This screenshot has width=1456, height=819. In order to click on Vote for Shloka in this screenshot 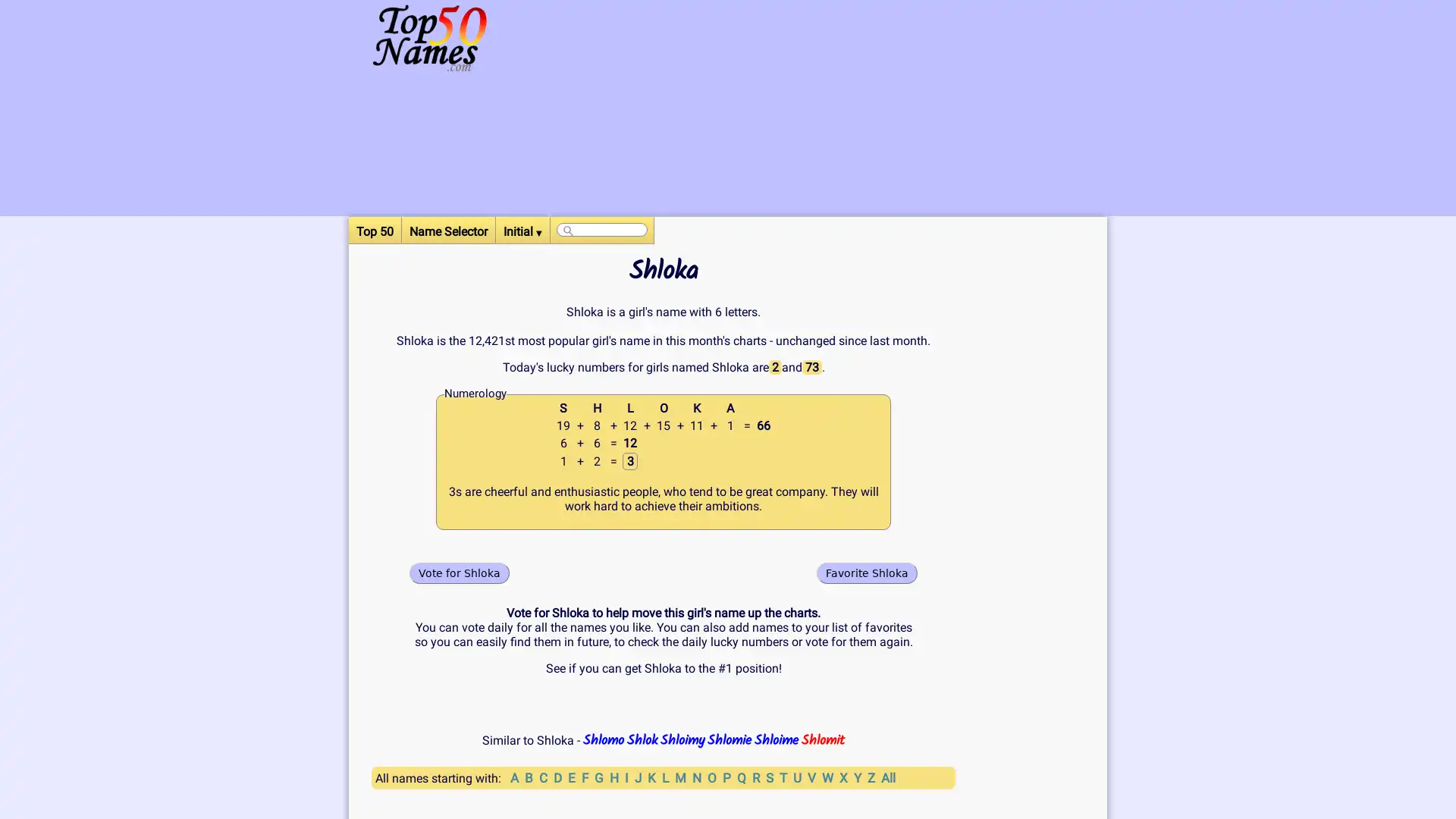, I will do `click(458, 573)`.